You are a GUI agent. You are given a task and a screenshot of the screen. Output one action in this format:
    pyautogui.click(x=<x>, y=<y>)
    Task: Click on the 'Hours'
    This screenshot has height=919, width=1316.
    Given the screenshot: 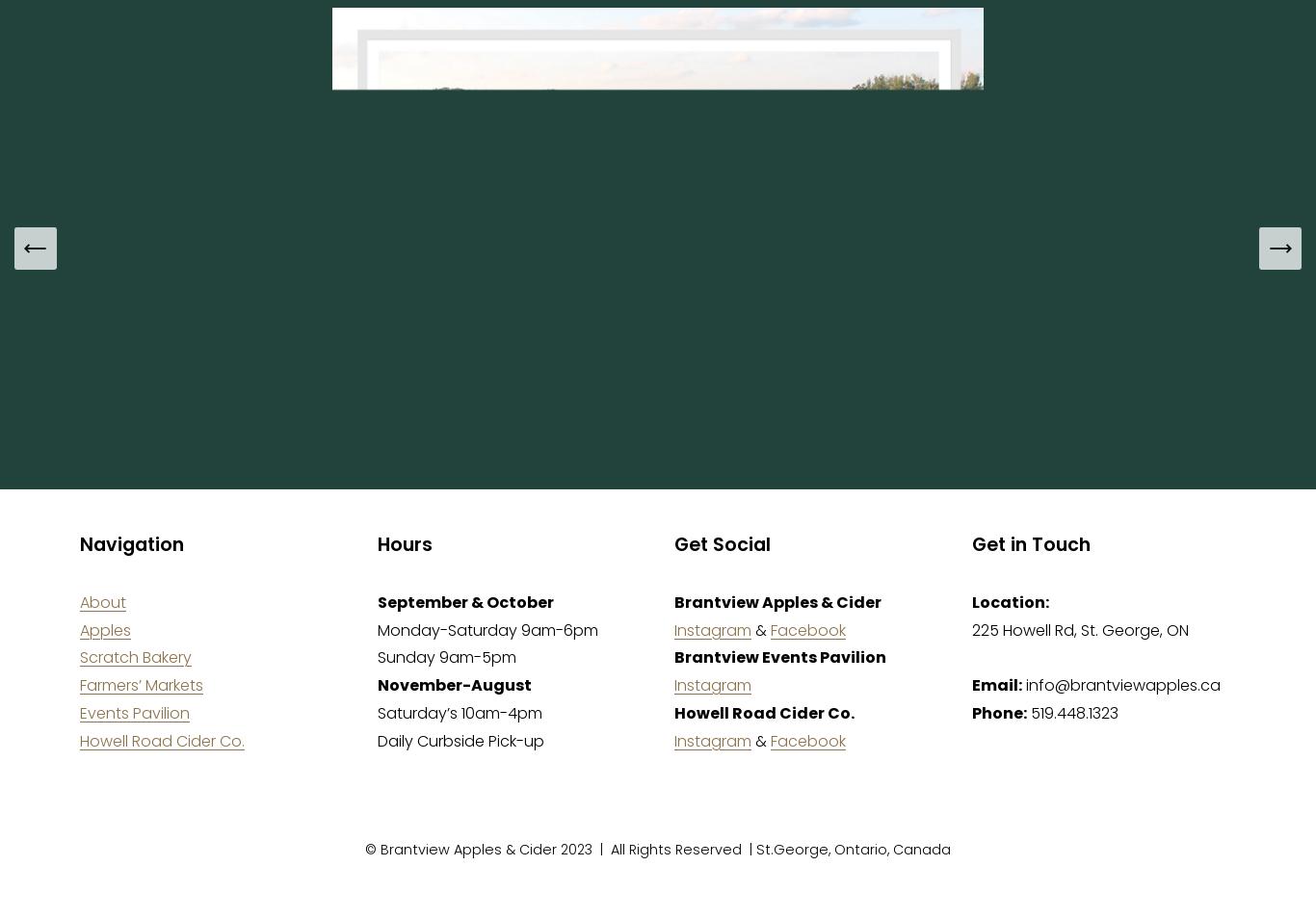 What is the action you would take?
    pyautogui.click(x=403, y=543)
    